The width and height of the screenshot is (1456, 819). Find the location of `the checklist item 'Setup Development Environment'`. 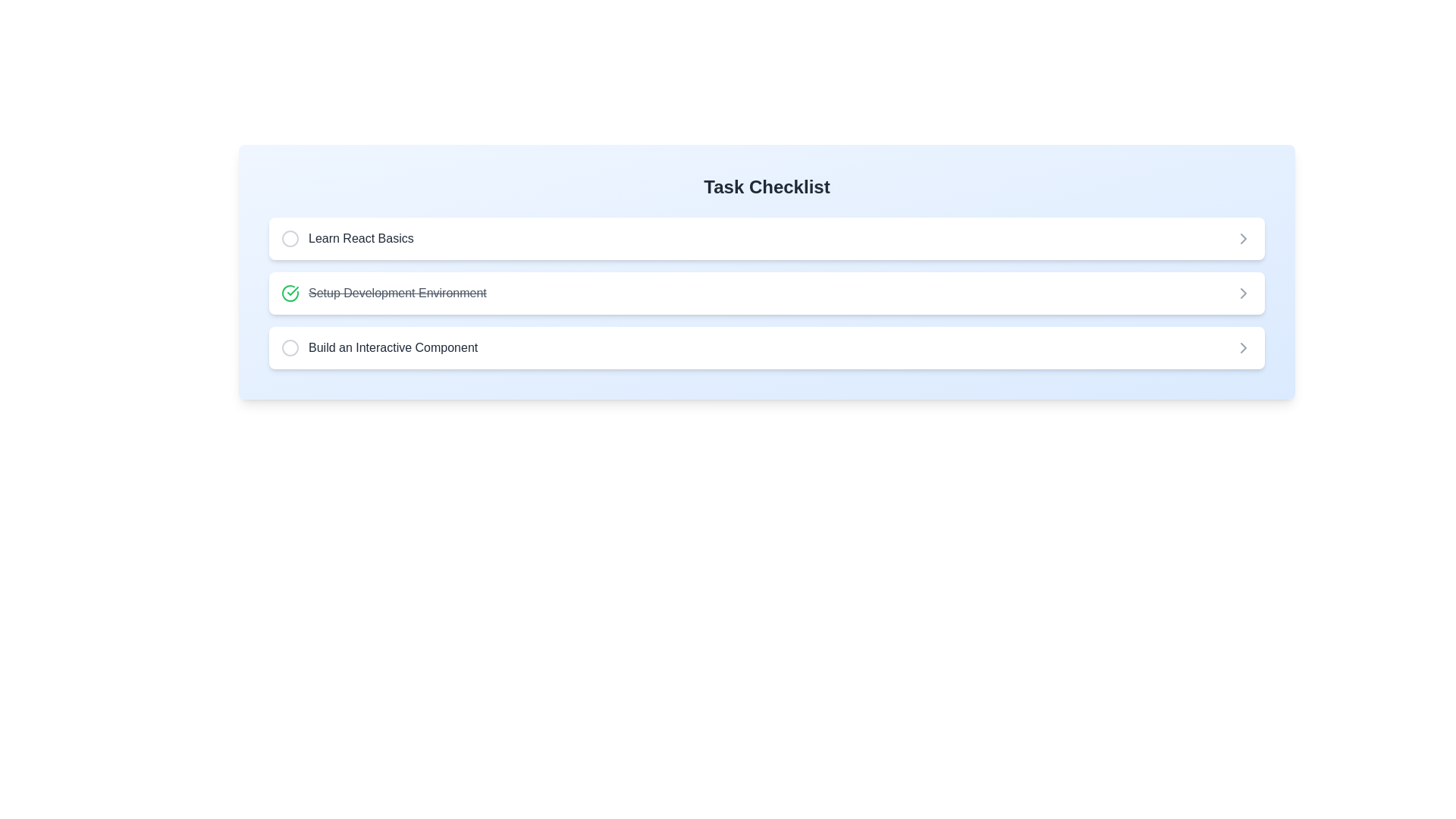

the checklist item 'Setup Development Environment' is located at coordinates (767, 293).